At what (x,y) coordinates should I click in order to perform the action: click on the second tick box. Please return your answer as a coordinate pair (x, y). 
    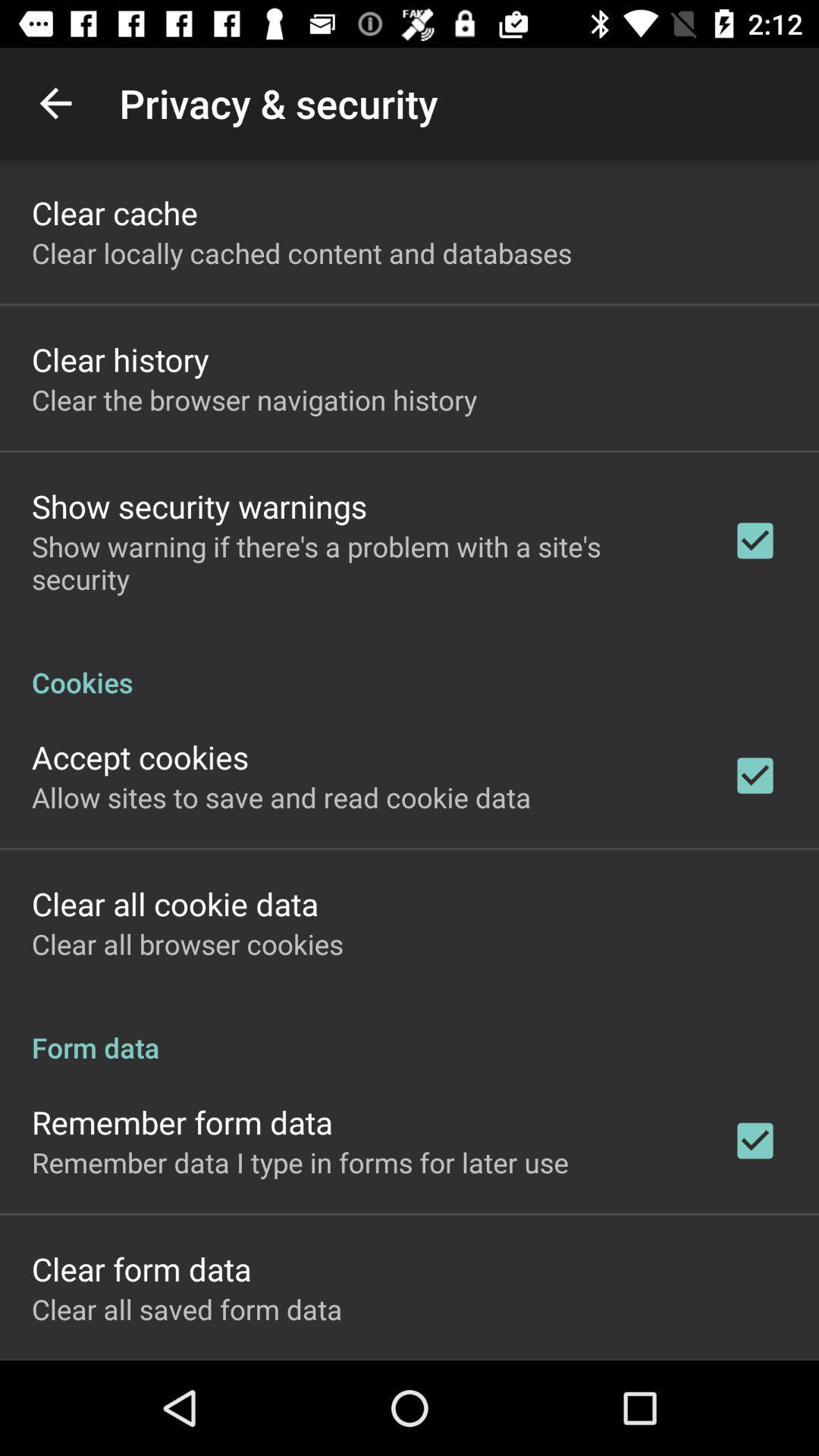
    Looking at the image, I should click on (755, 775).